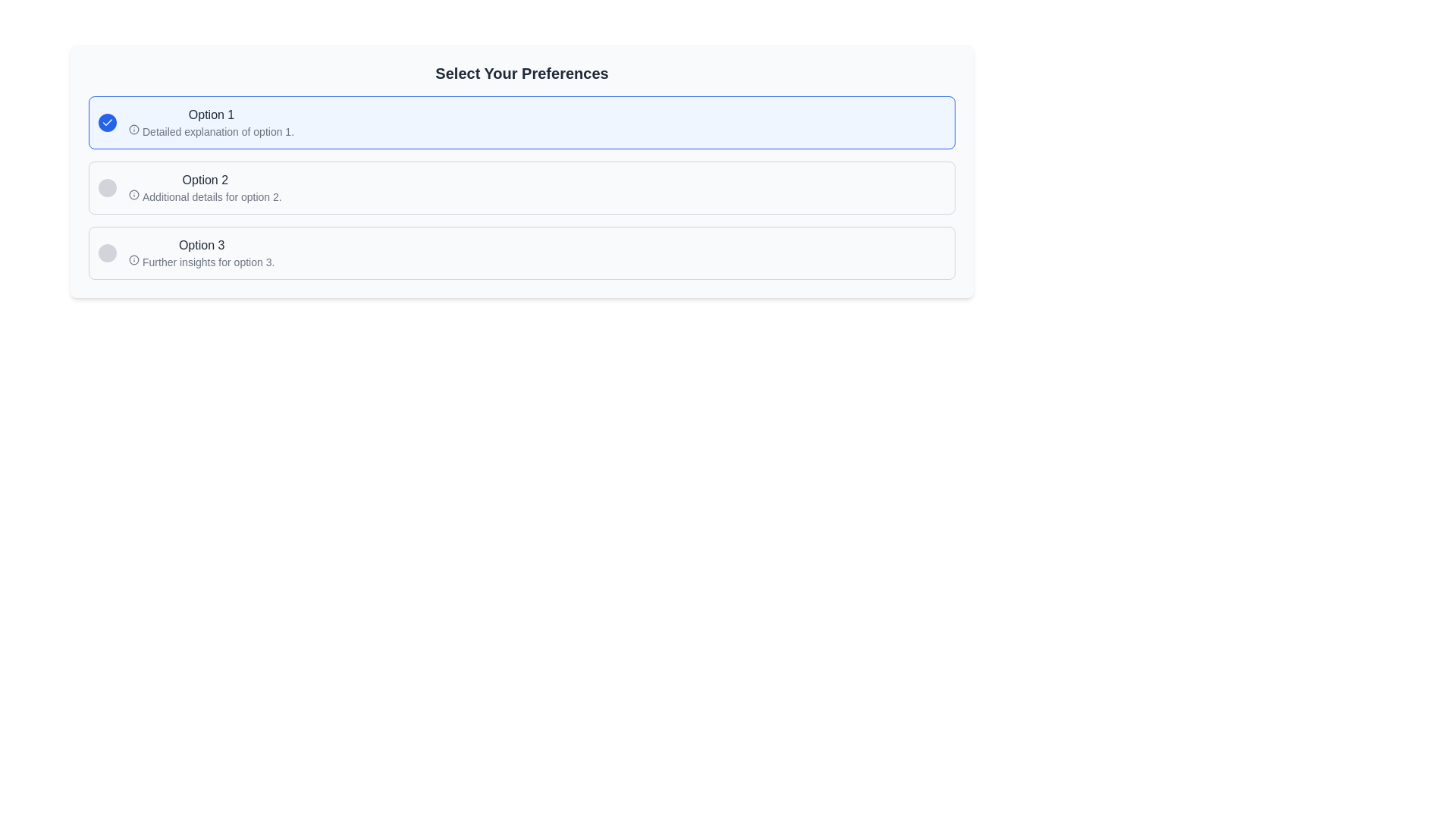 The height and width of the screenshot is (819, 1456). Describe the element at coordinates (107, 122) in the screenshot. I see `the selection state of the checkmark icon, which visually indicates the selected option for 'Option 1' in the list of selectable preferences` at that location.